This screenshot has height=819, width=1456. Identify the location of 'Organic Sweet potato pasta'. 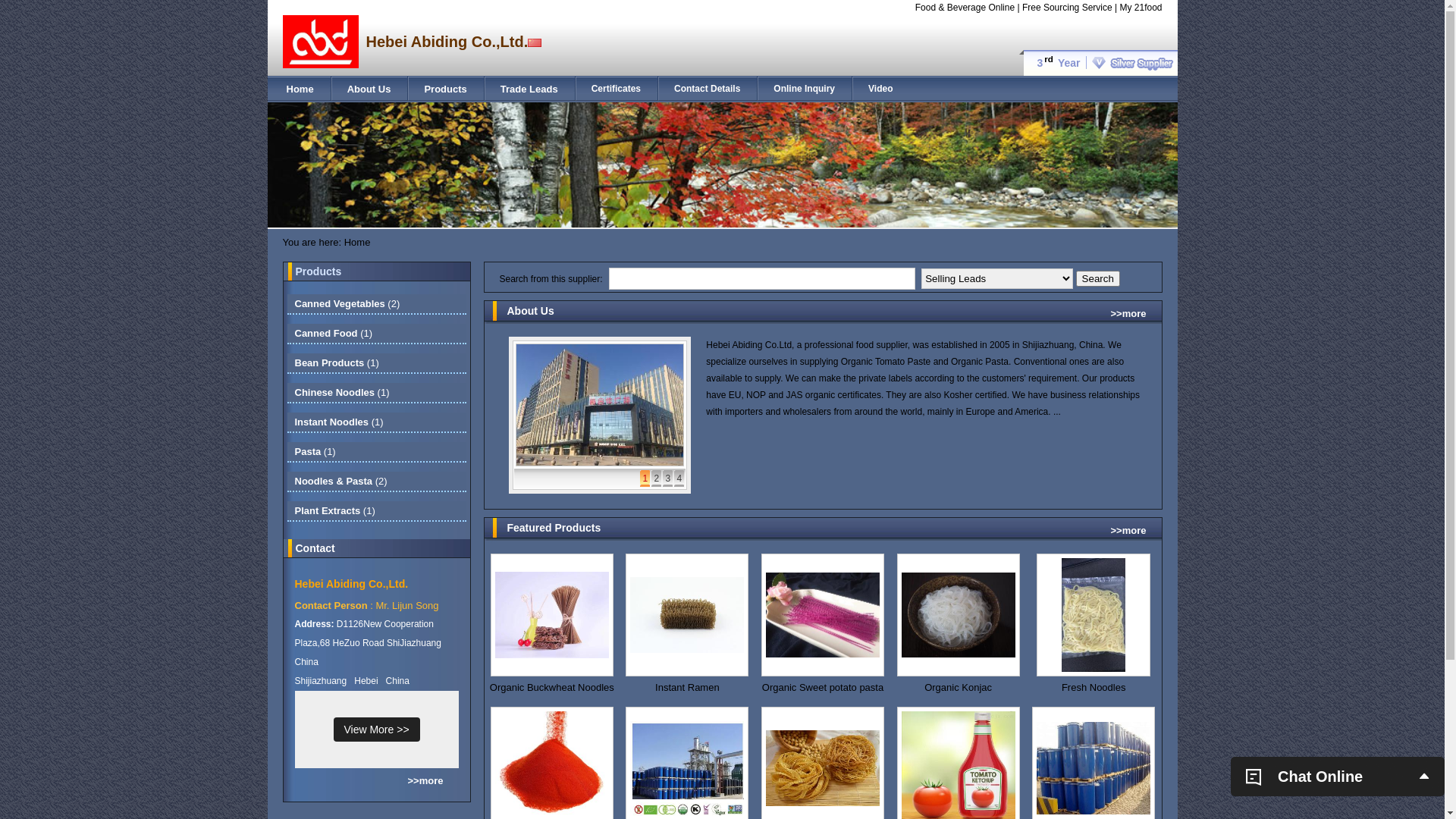
(822, 687).